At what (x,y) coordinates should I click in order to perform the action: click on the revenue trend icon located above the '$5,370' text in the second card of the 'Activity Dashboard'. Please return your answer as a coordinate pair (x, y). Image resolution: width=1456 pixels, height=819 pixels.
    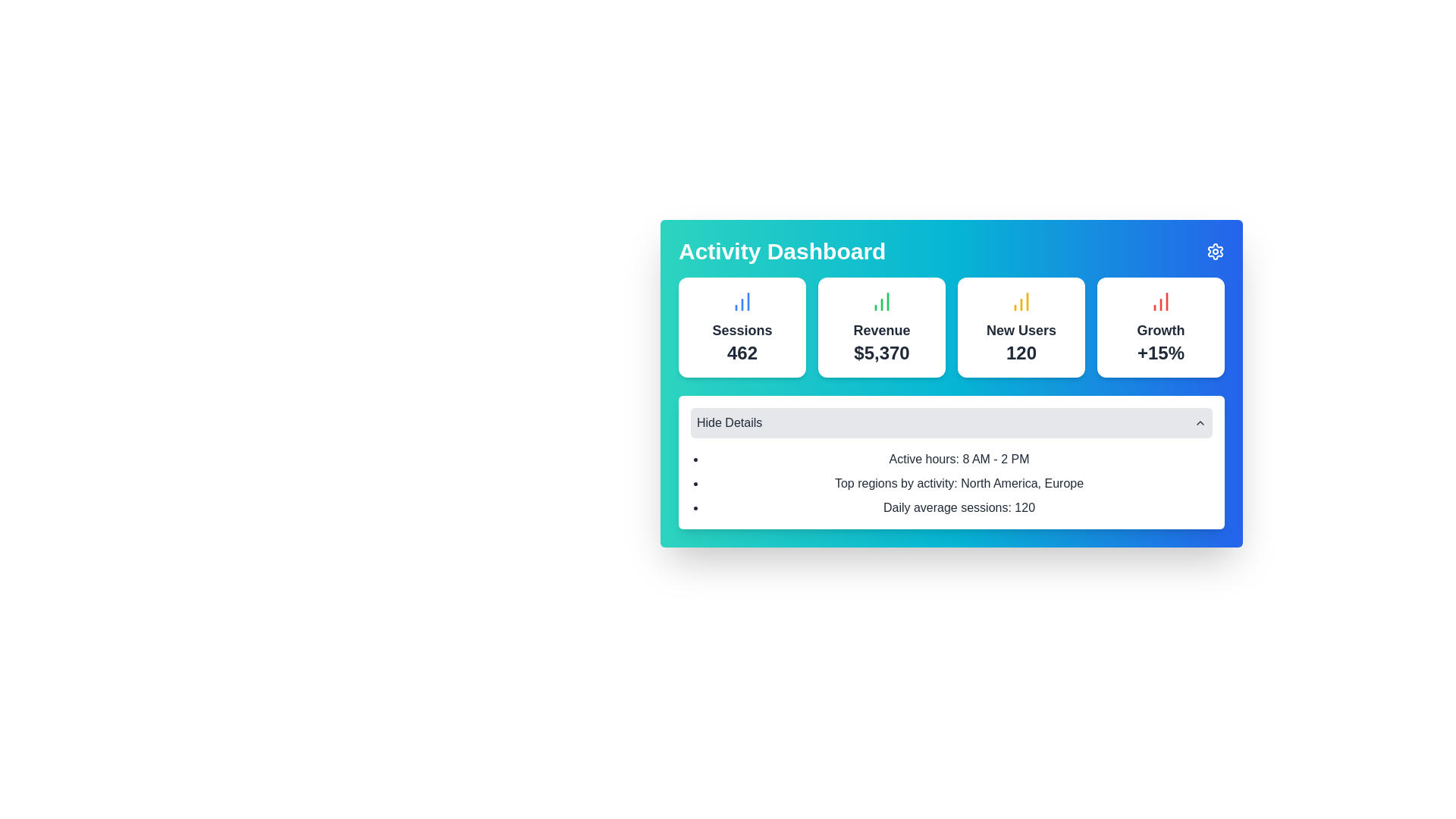
    Looking at the image, I should click on (881, 301).